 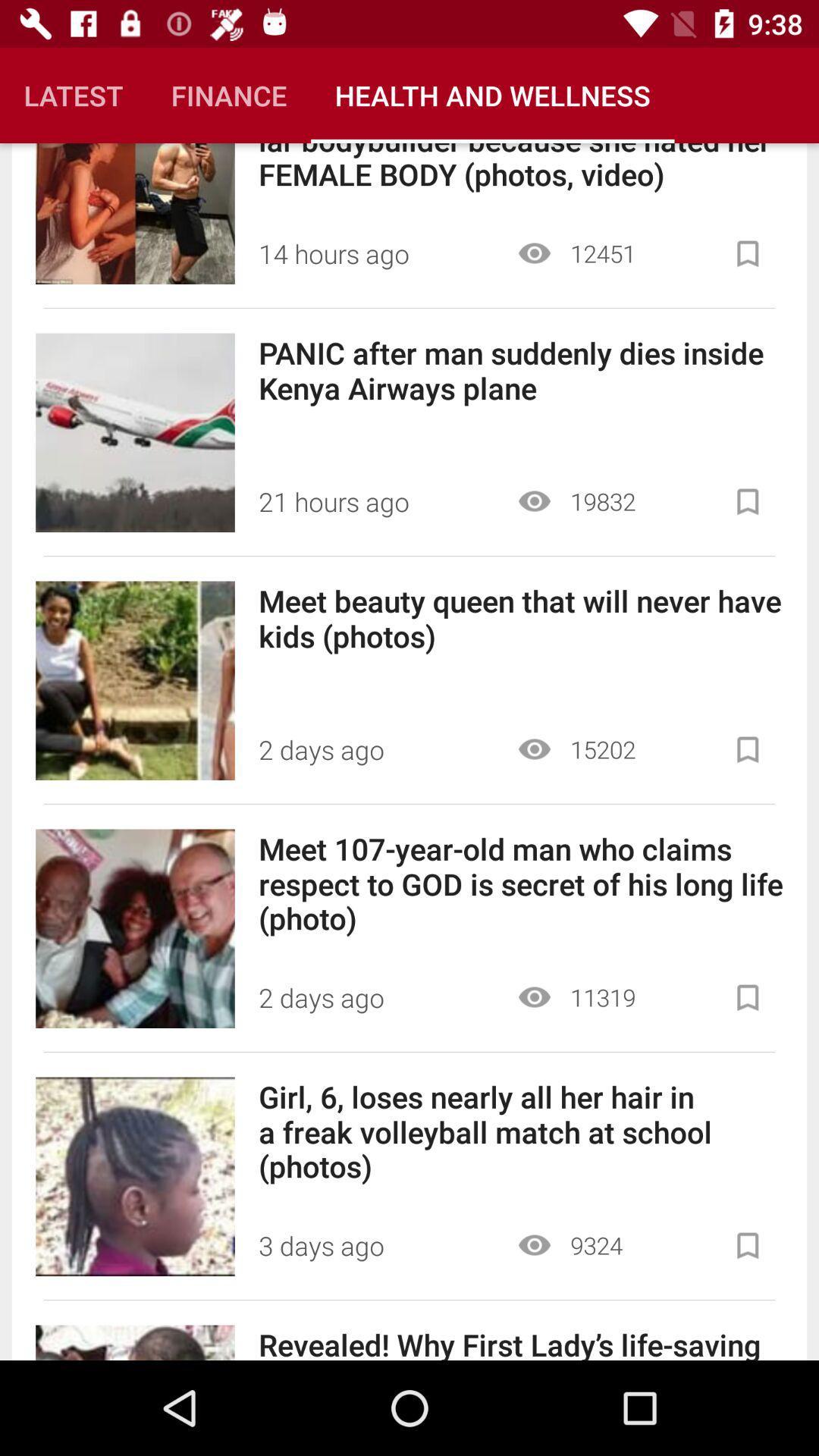 What do you see at coordinates (747, 997) in the screenshot?
I see `bookmark/save the article` at bounding box center [747, 997].